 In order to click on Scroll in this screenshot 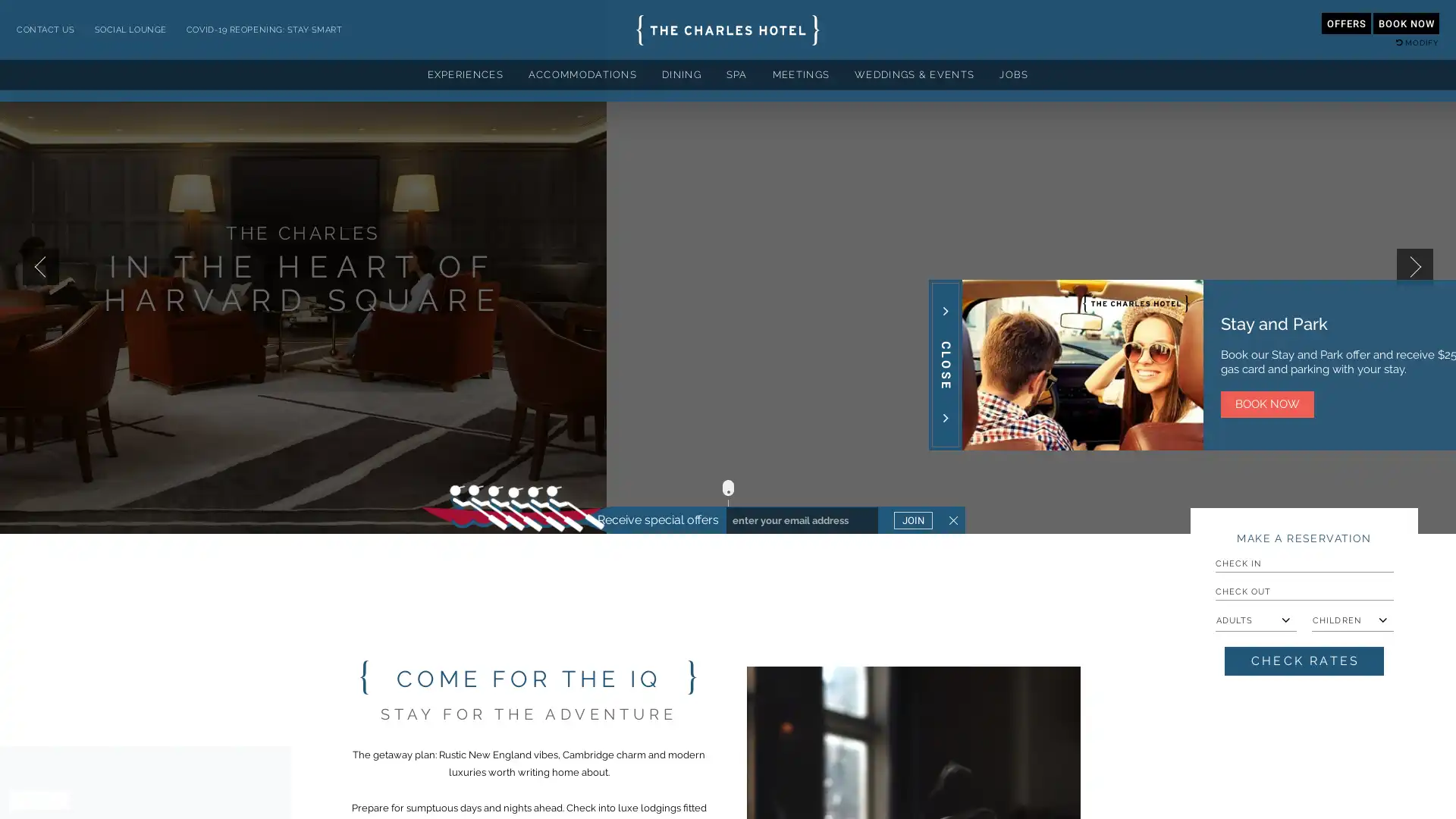, I will do `click(728, 488)`.